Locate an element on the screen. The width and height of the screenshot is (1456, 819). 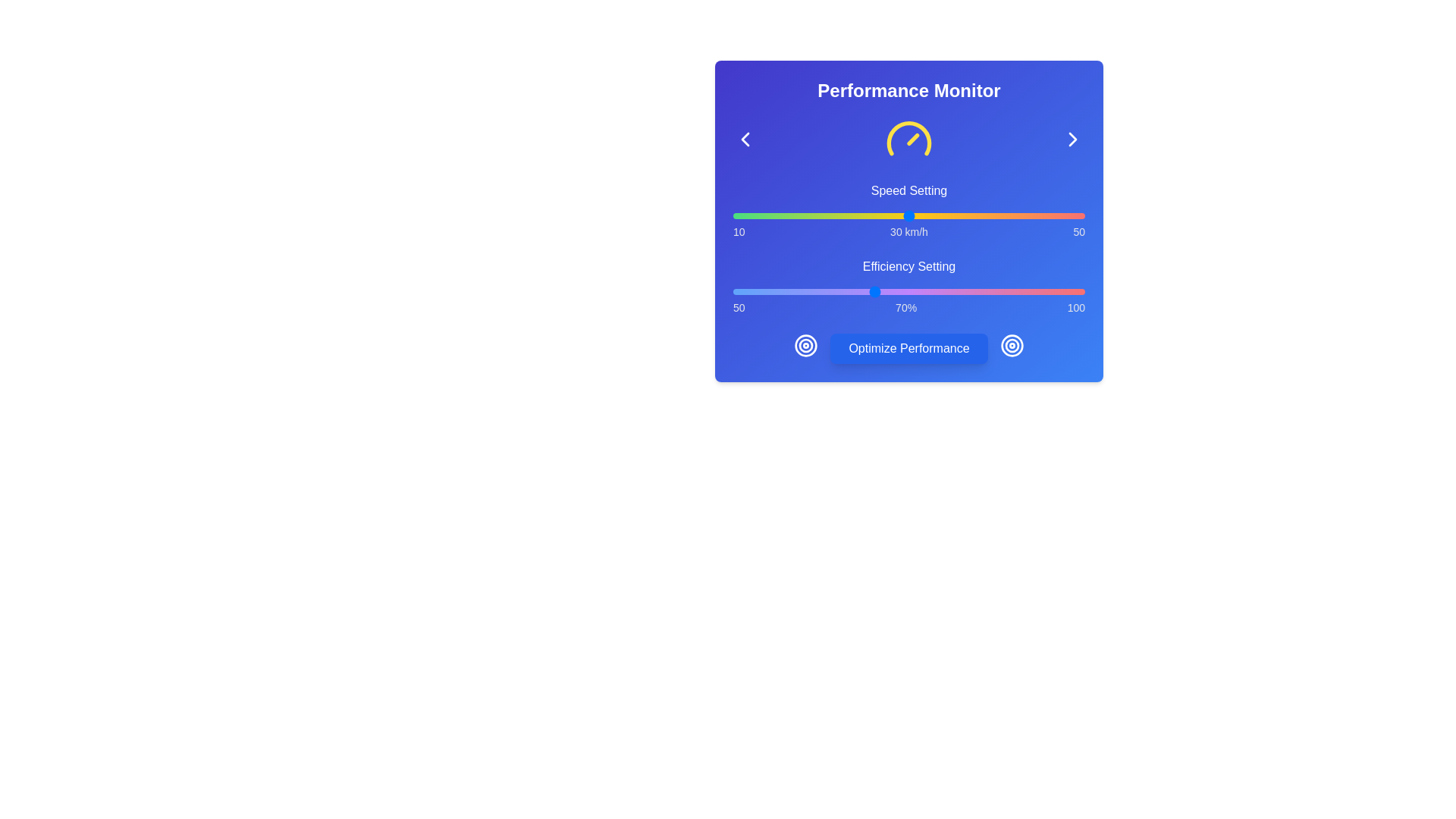
the Efficiency slider to set the efficiency to 53% is located at coordinates (754, 292).